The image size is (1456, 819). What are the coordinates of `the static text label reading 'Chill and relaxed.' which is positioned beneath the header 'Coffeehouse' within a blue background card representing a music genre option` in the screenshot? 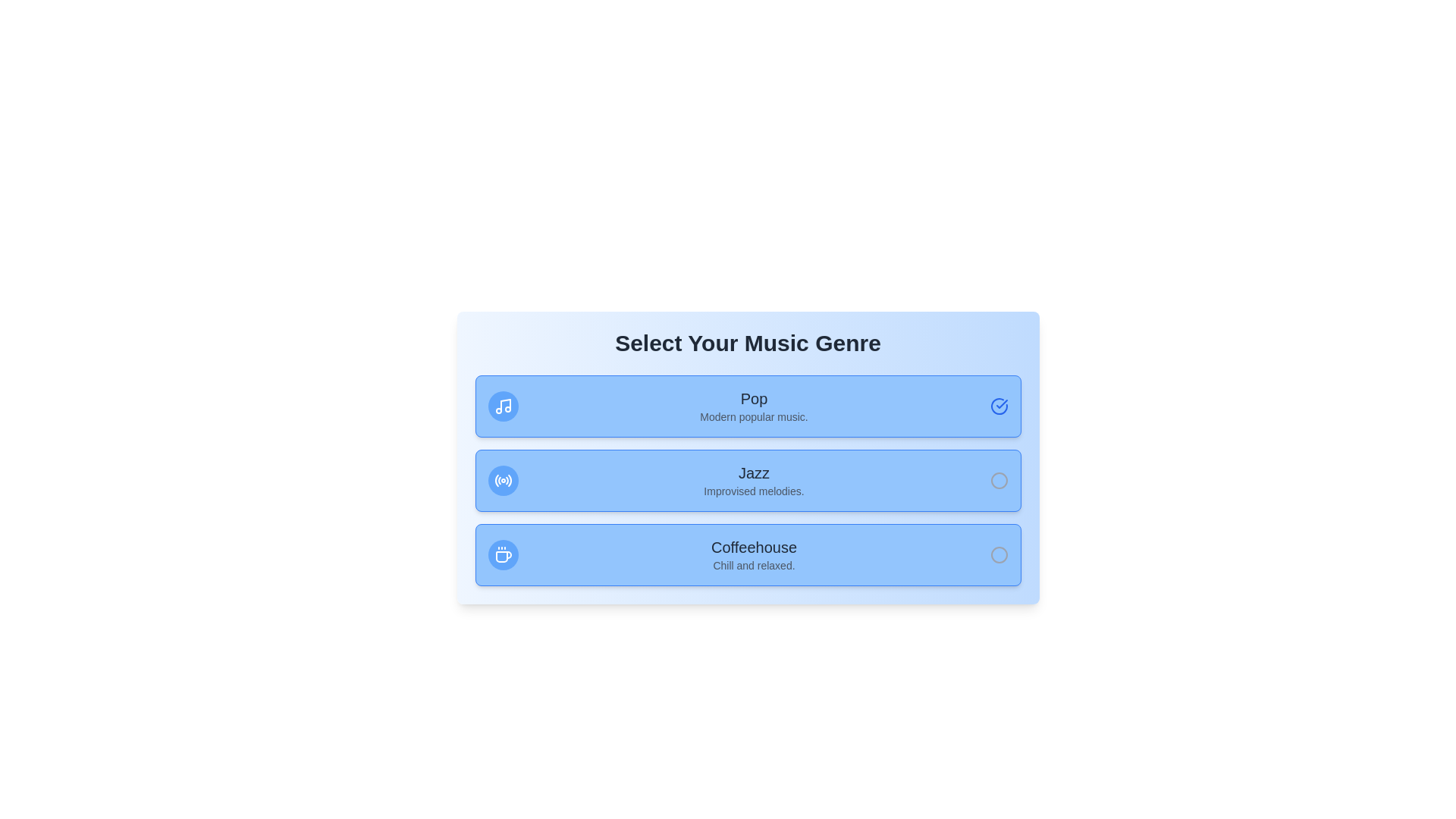 It's located at (754, 565).